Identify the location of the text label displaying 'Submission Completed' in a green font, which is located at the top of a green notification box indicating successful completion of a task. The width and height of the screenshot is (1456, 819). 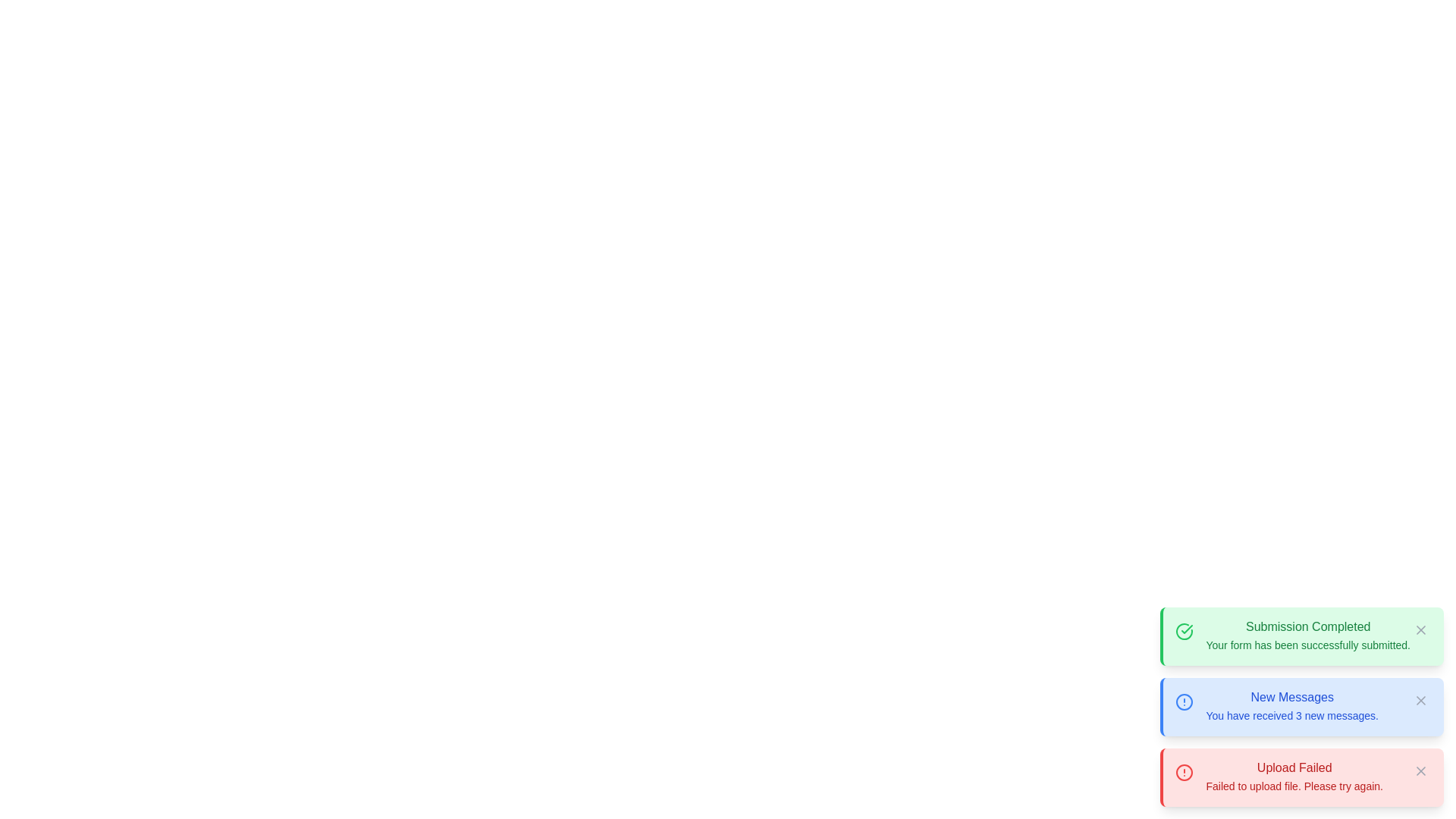
(1307, 626).